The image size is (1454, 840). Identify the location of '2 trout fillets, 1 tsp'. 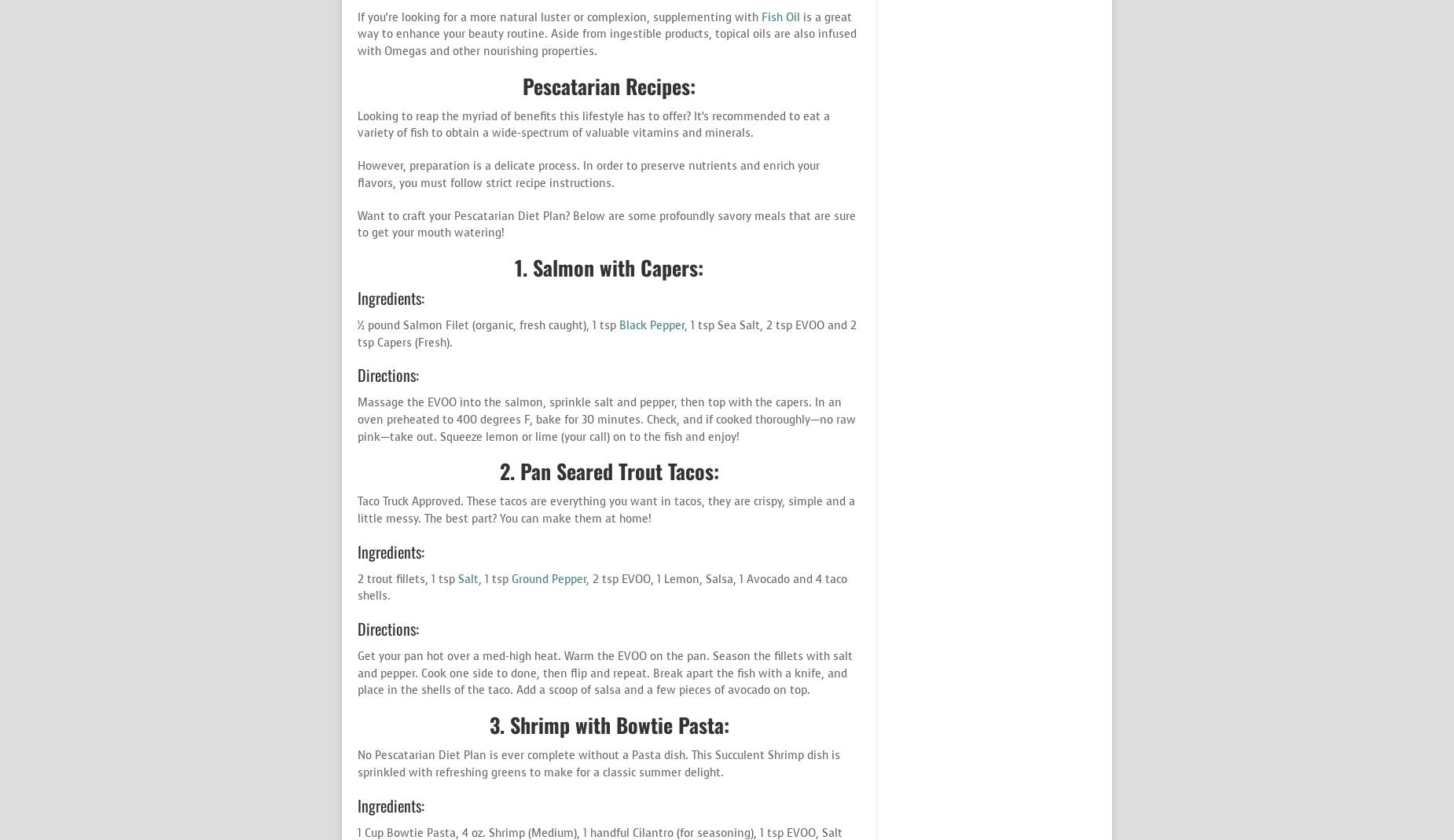
(407, 578).